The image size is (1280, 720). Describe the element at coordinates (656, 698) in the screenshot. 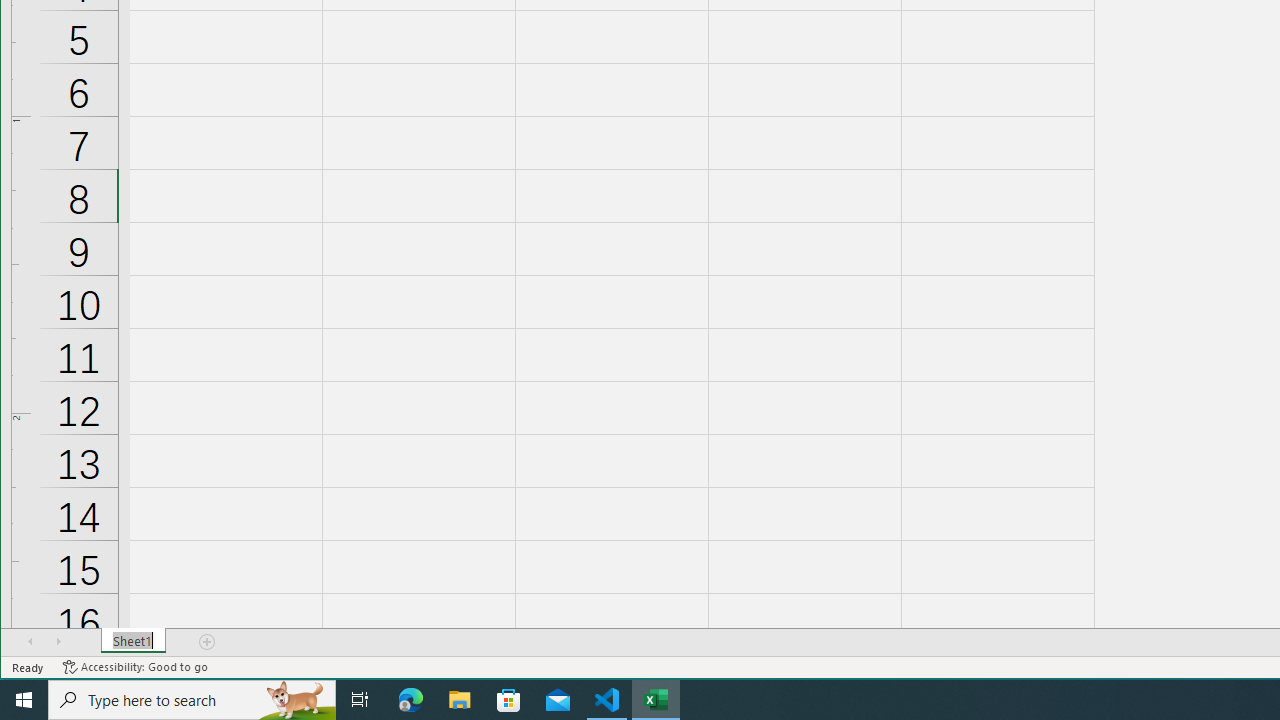

I see `'Excel - 1 running window'` at that location.